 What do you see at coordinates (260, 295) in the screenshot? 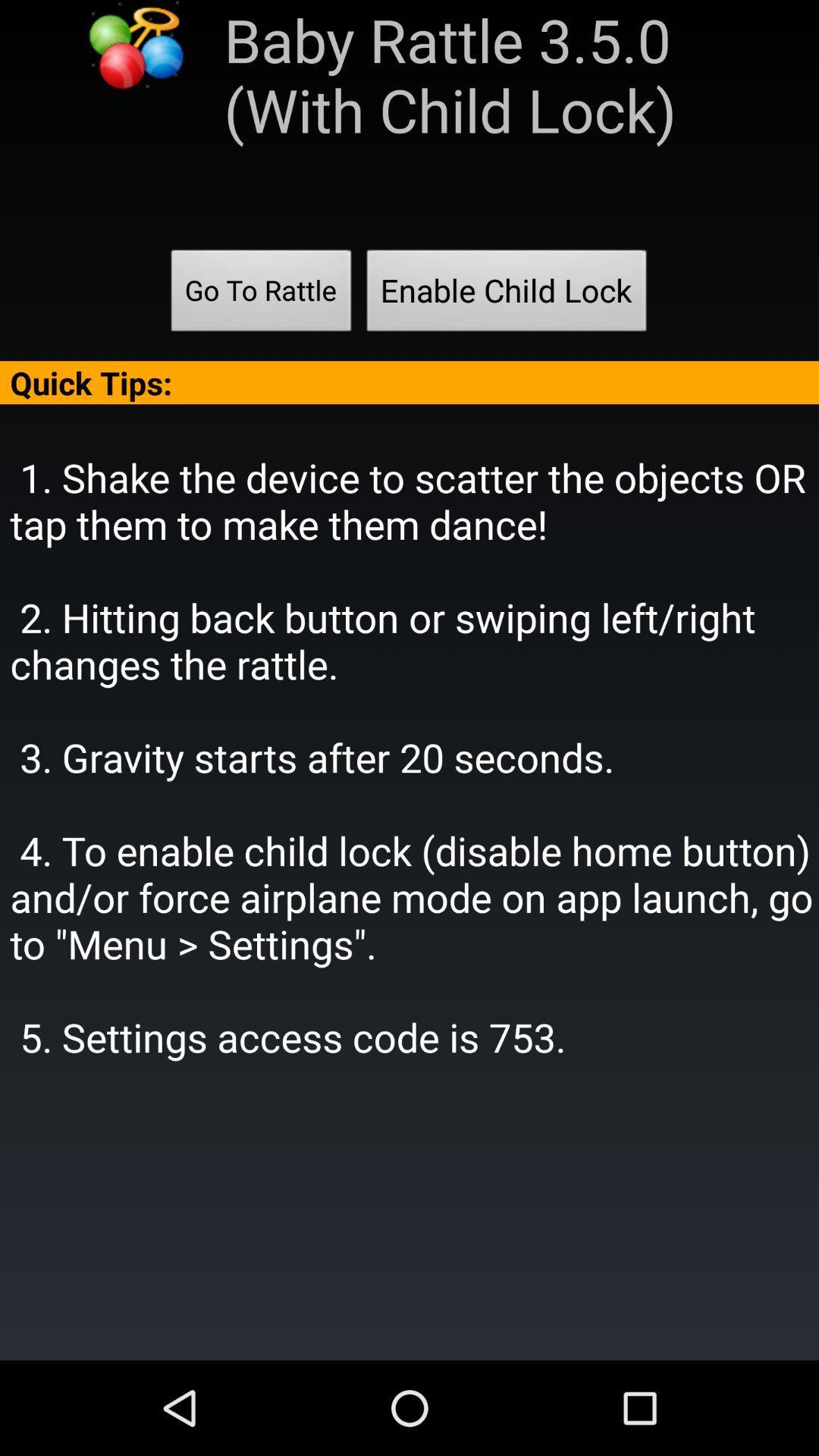
I see `app below baby rattle 3` at bounding box center [260, 295].